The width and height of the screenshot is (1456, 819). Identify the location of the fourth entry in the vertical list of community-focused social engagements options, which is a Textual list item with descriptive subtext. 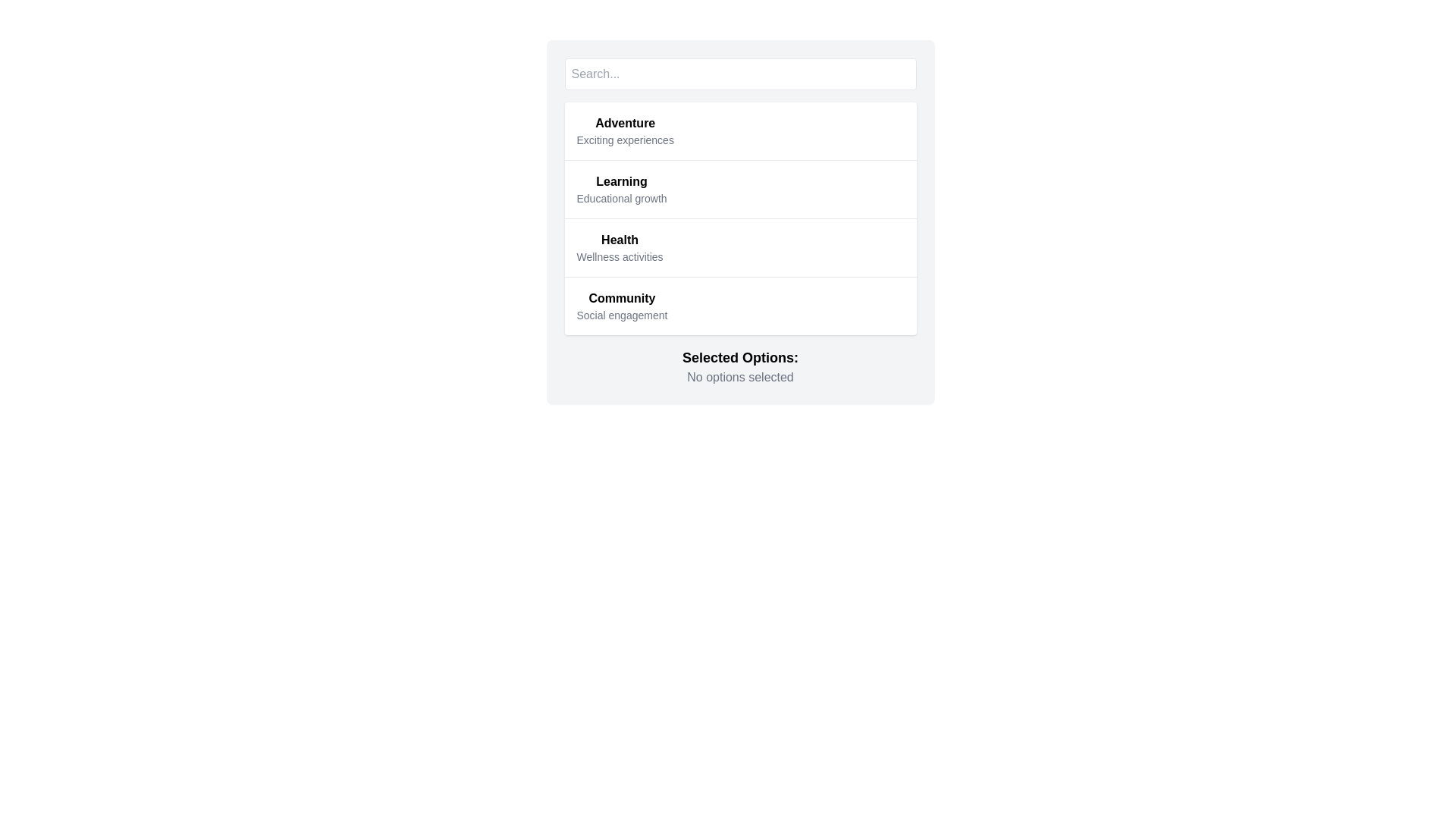
(622, 306).